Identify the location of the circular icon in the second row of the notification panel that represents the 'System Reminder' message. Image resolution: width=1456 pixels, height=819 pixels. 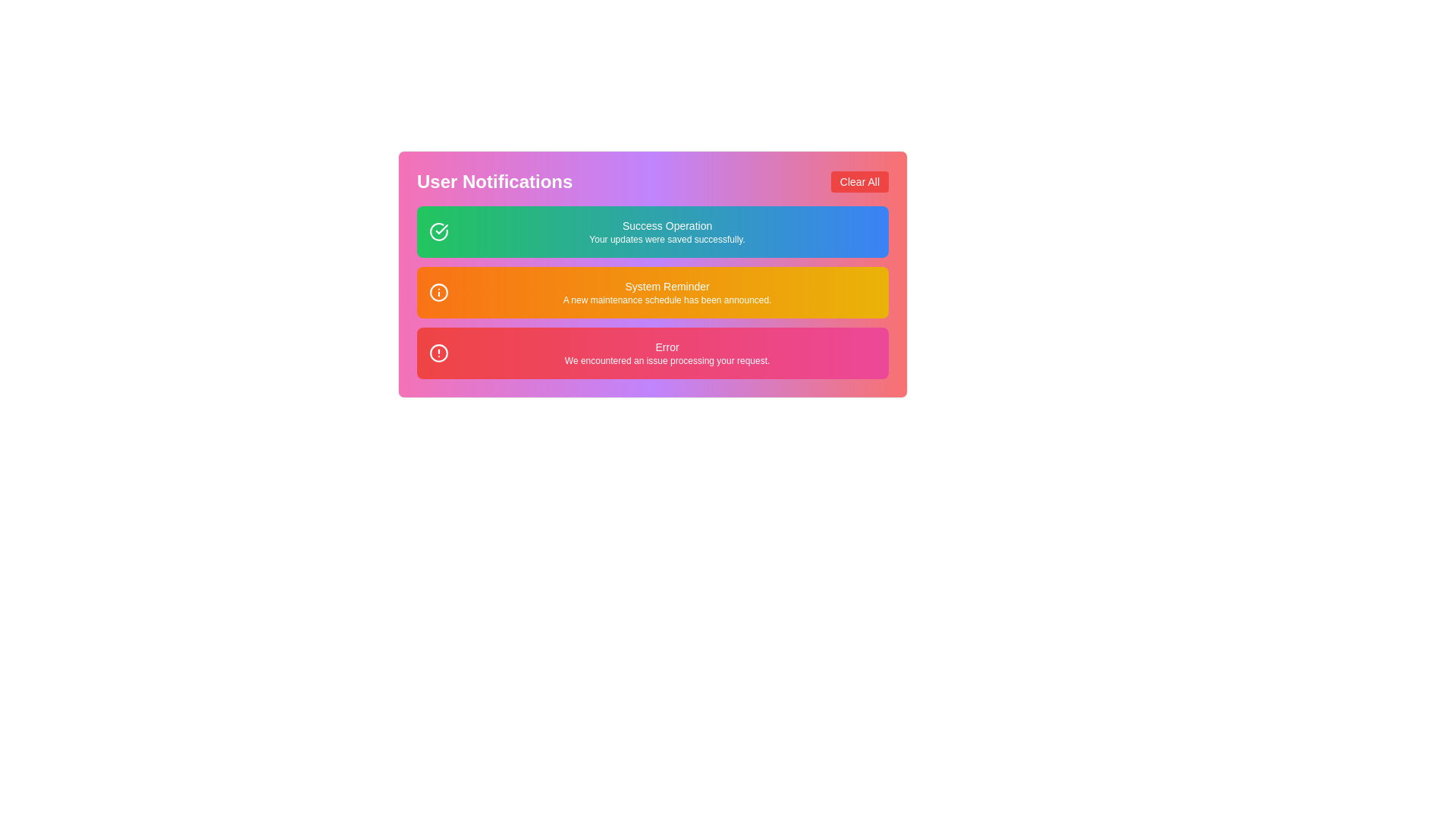
(438, 292).